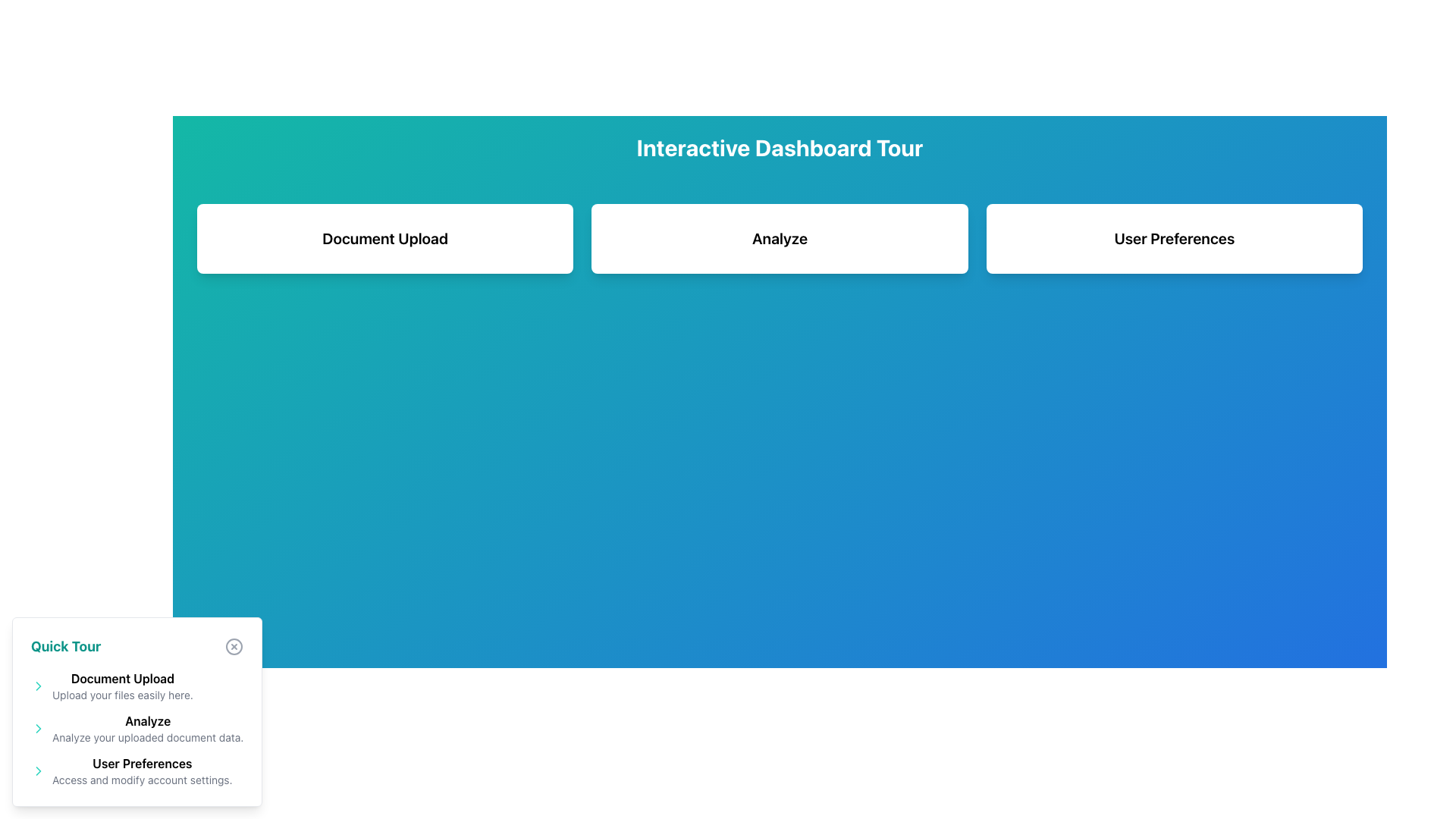 This screenshot has width=1456, height=819. I want to click on the 'Document Upload' text label, which is the first label in the 'Quick Tour' information card, positioned above a smaller description text, so click(122, 677).